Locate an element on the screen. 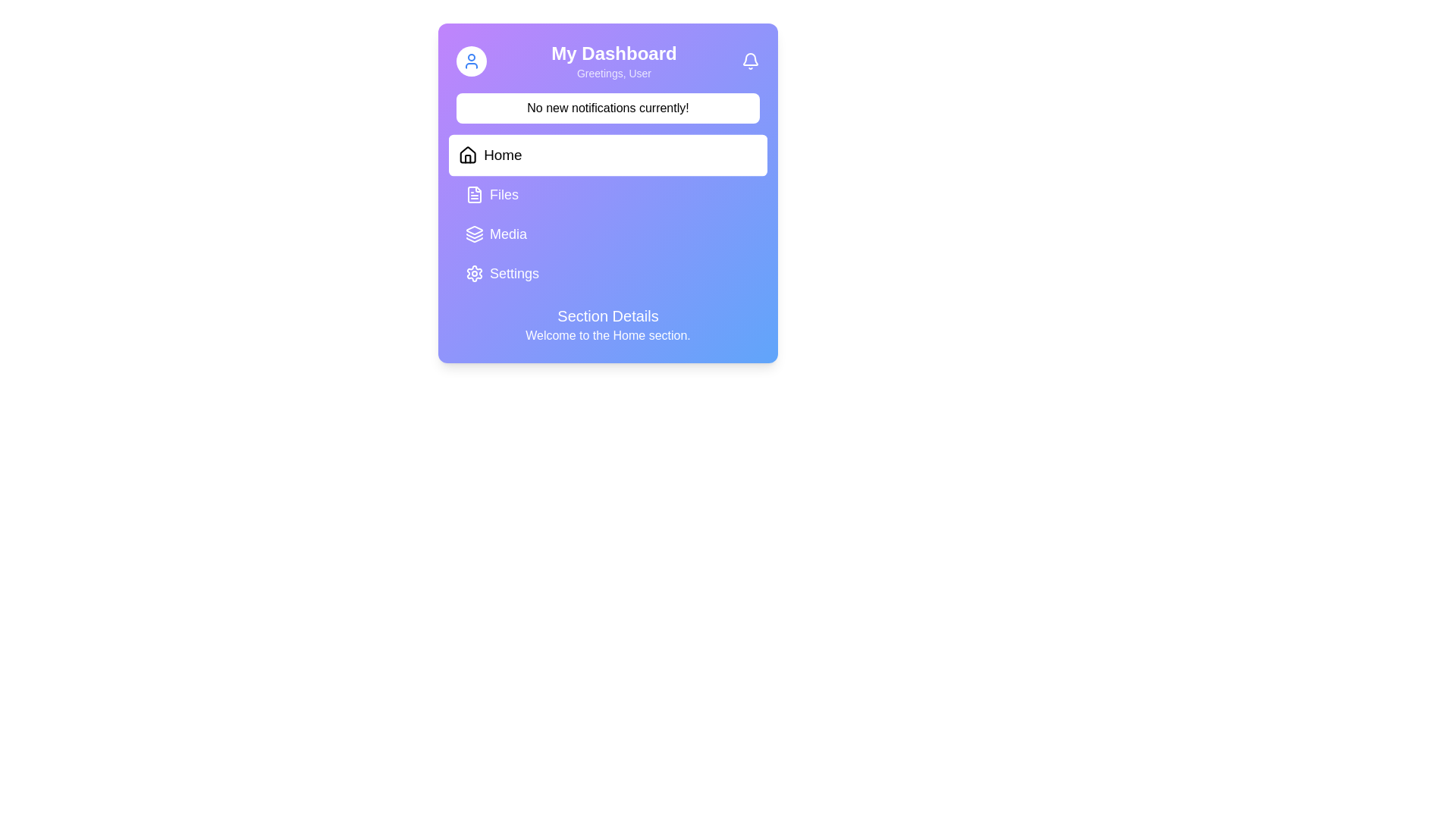 The width and height of the screenshot is (1456, 819). the 'Media' static text label located in the navigation panel on the left side of the card interface, which is the third option in the list is located at coordinates (508, 234).